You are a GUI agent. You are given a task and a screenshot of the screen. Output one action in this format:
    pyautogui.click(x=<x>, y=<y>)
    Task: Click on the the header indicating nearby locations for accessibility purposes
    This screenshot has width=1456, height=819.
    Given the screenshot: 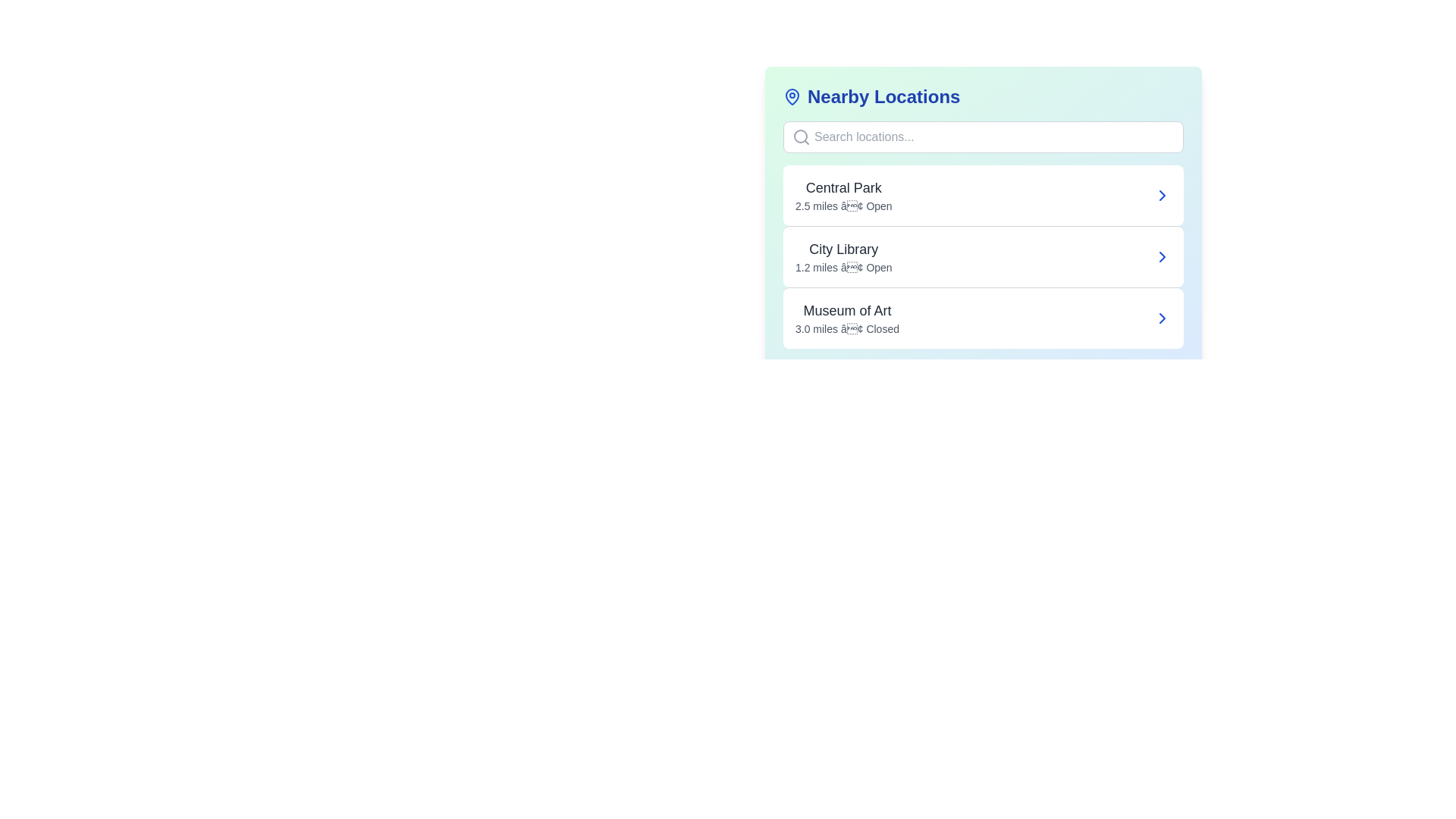 What is the action you would take?
    pyautogui.click(x=983, y=96)
    